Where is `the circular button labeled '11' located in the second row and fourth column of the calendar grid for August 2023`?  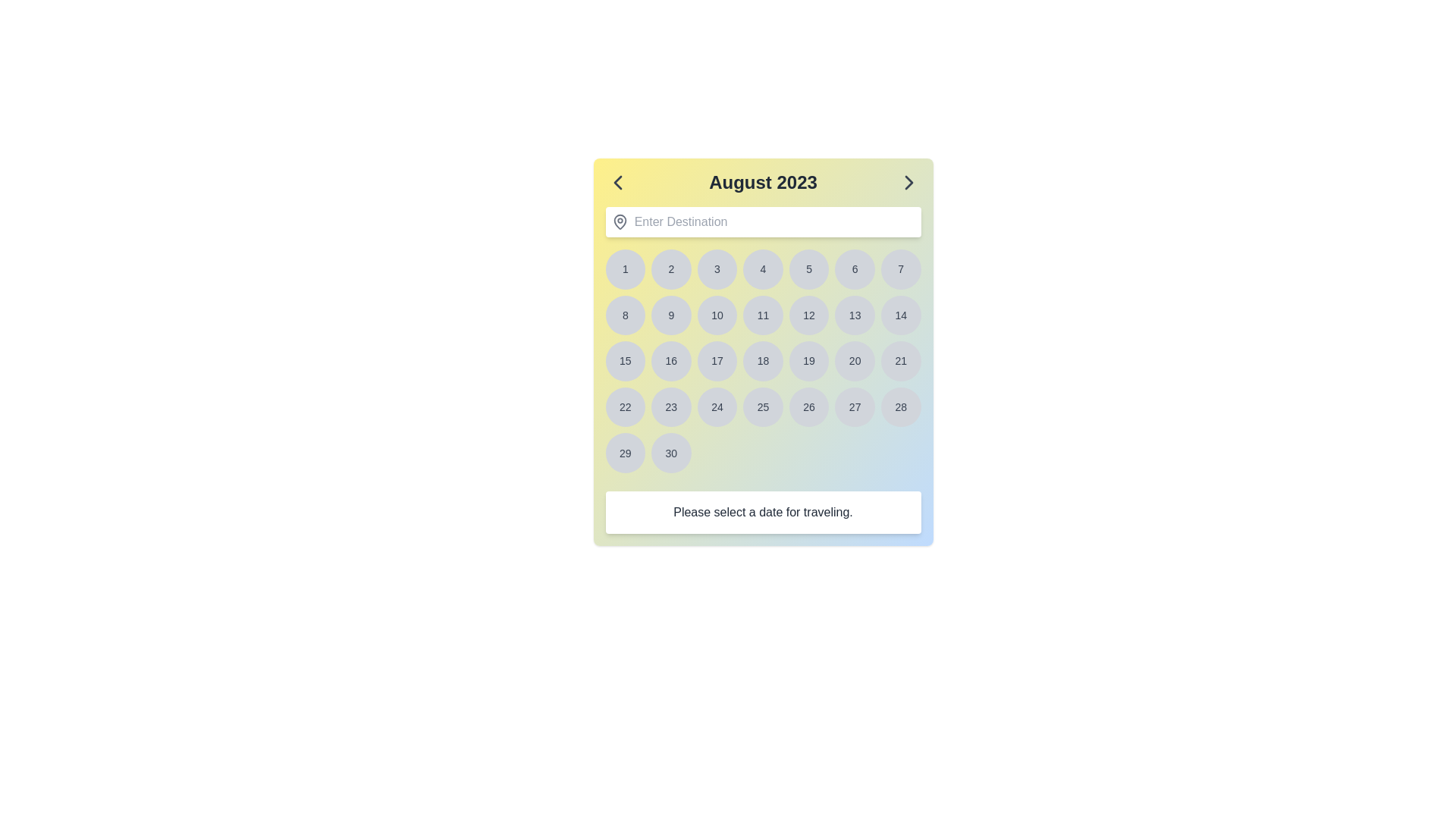 the circular button labeled '11' located in the second row and fourth column of the calendar grid for August 2023 is located at coordinates (763, 314).